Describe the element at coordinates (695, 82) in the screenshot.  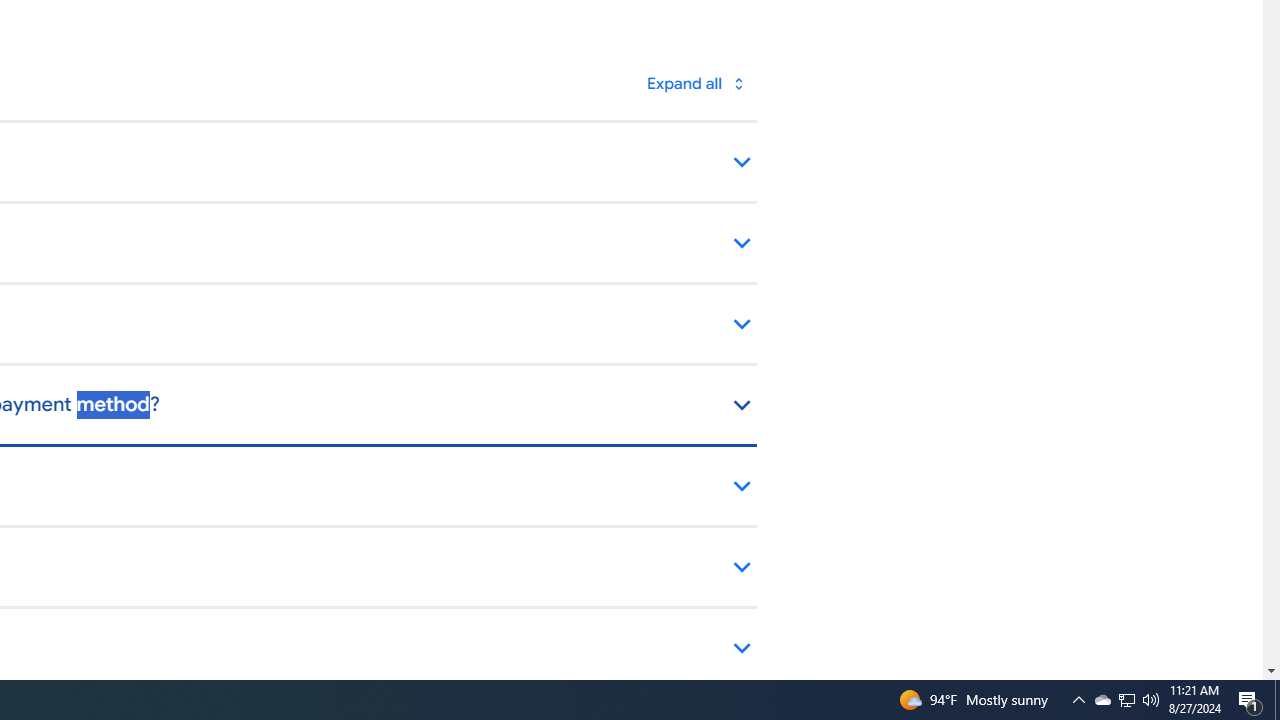
I see `'Toggle all'` at that location.